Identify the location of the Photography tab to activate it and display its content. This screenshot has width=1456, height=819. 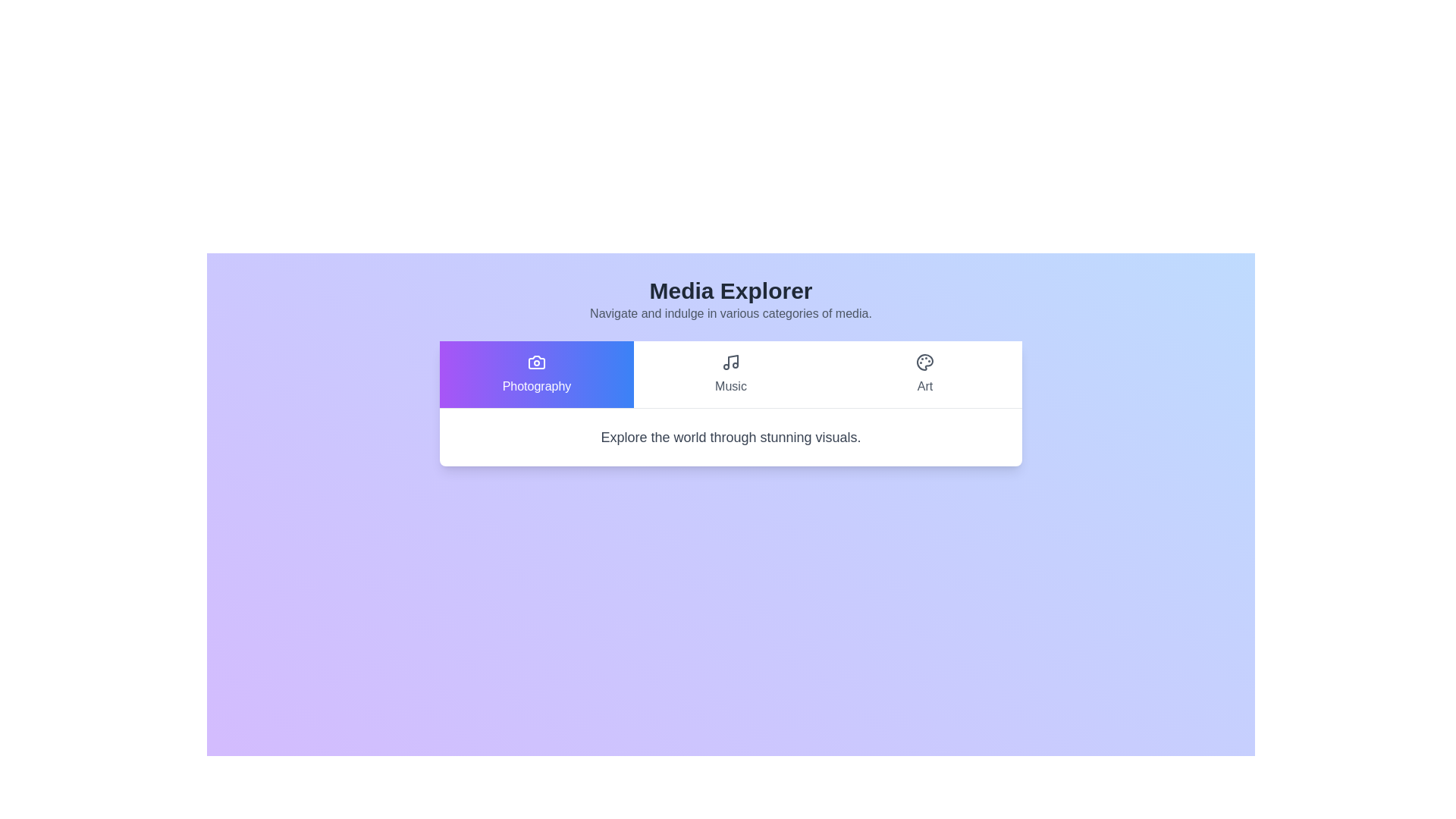
(537, 374).